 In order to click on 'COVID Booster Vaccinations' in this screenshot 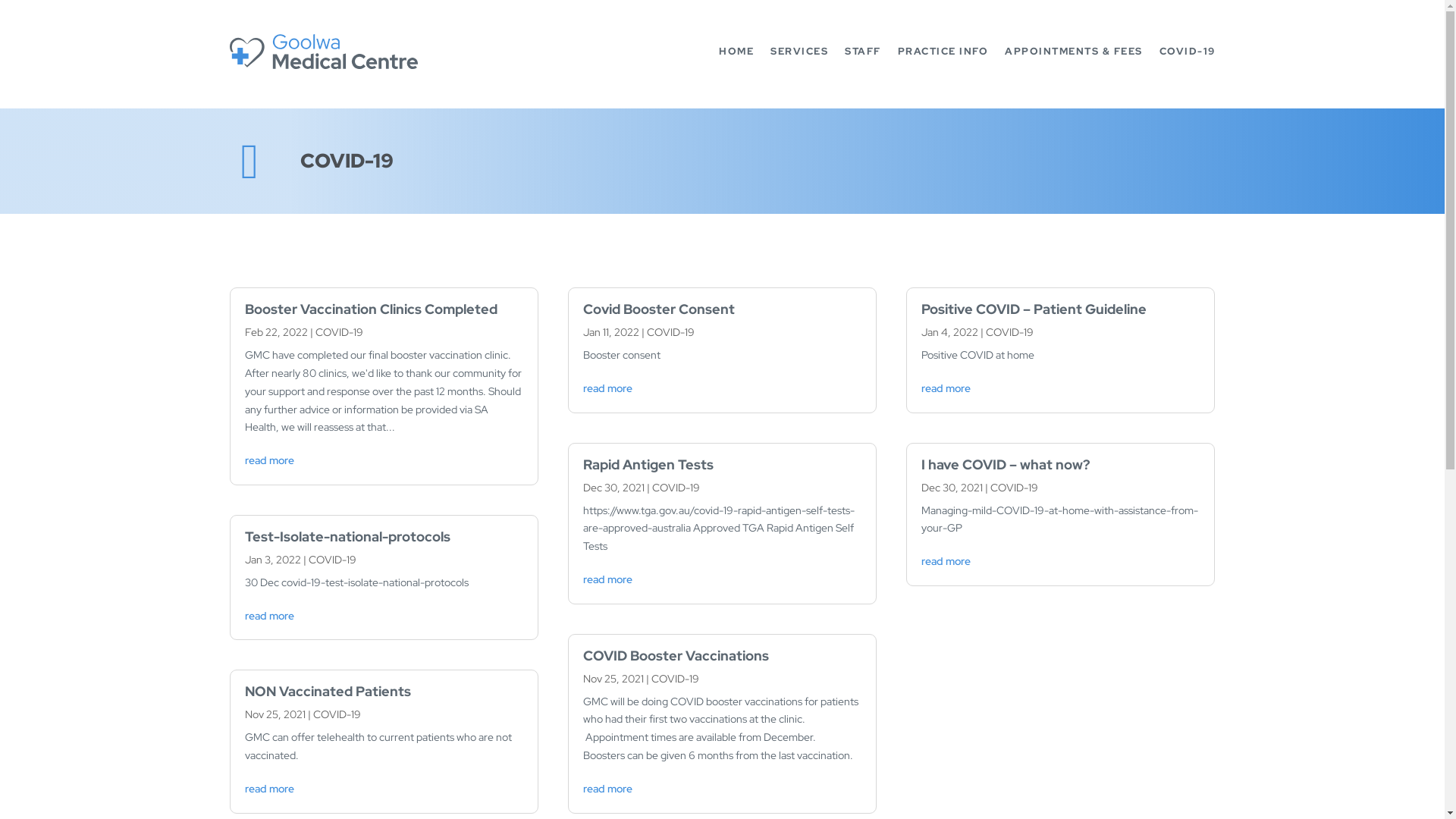, I will do `click(582, 654)`.